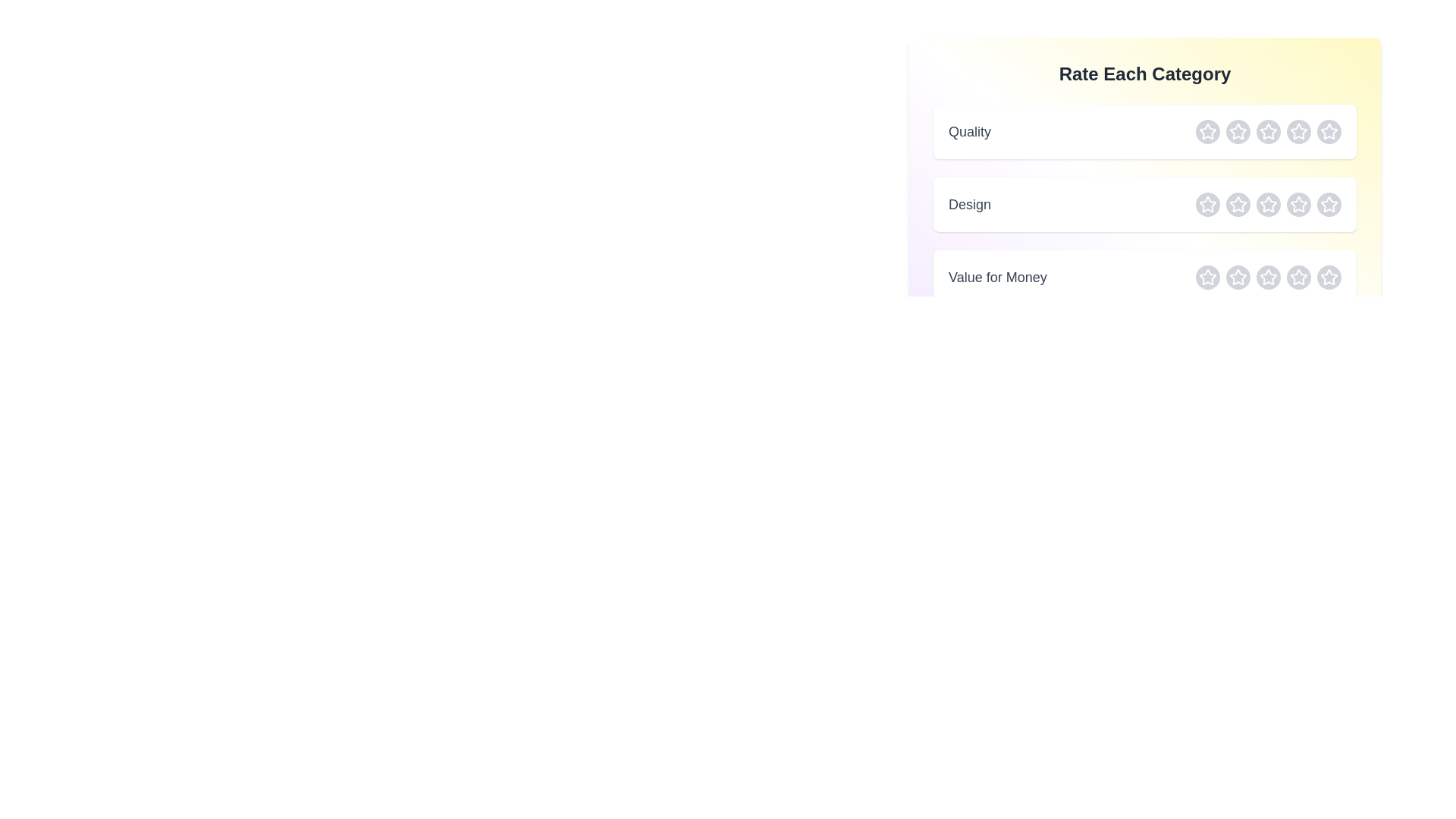 The height and width of the screenshot is (819, 1456). What do you see at coordinates (1269, 130) in the screenshot?
I see `the star corresponding to 3 stars in the selected category` at bounding box center [1269, 130].